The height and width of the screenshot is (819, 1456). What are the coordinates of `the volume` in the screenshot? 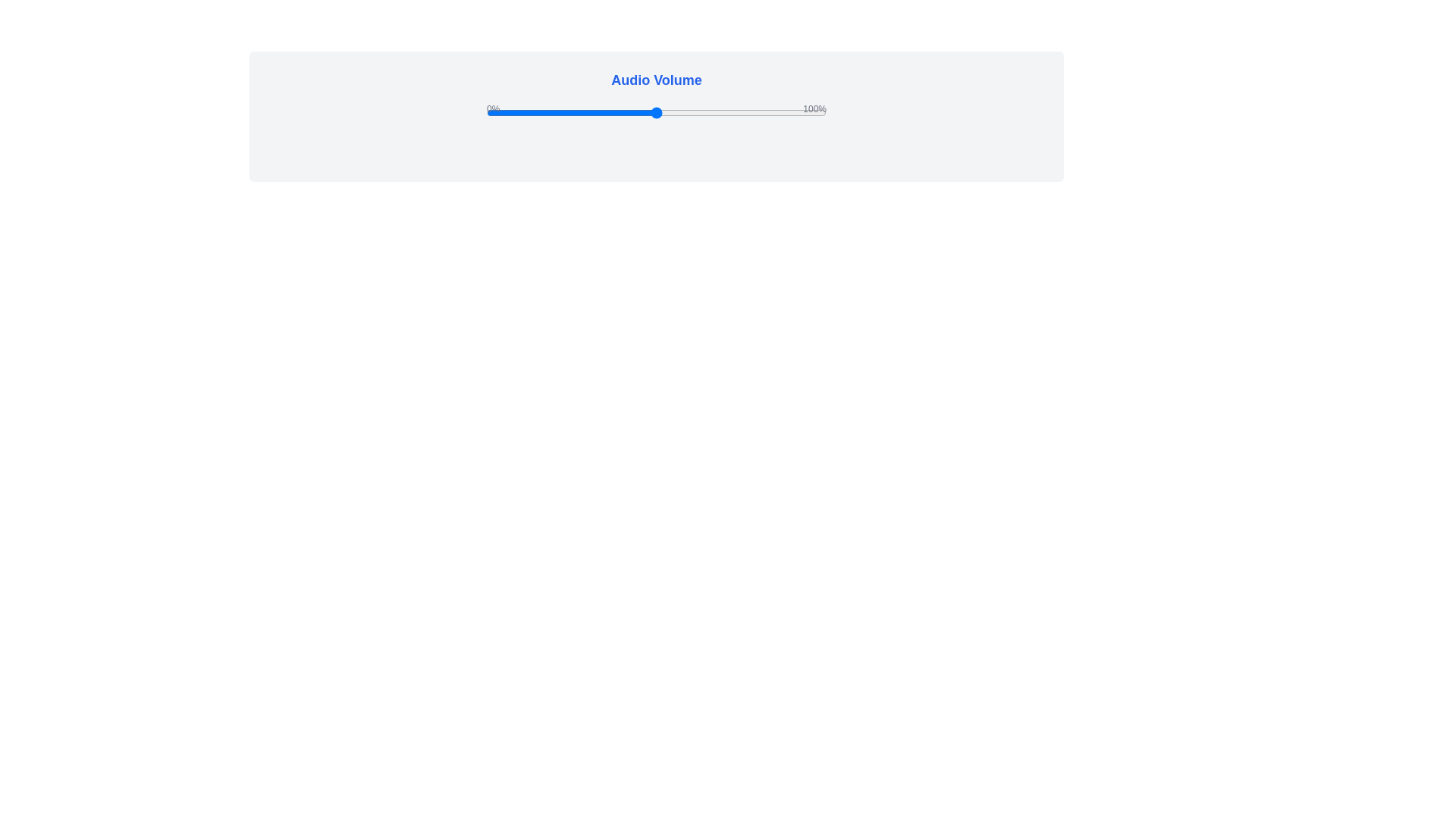 It's located at (560, 112).